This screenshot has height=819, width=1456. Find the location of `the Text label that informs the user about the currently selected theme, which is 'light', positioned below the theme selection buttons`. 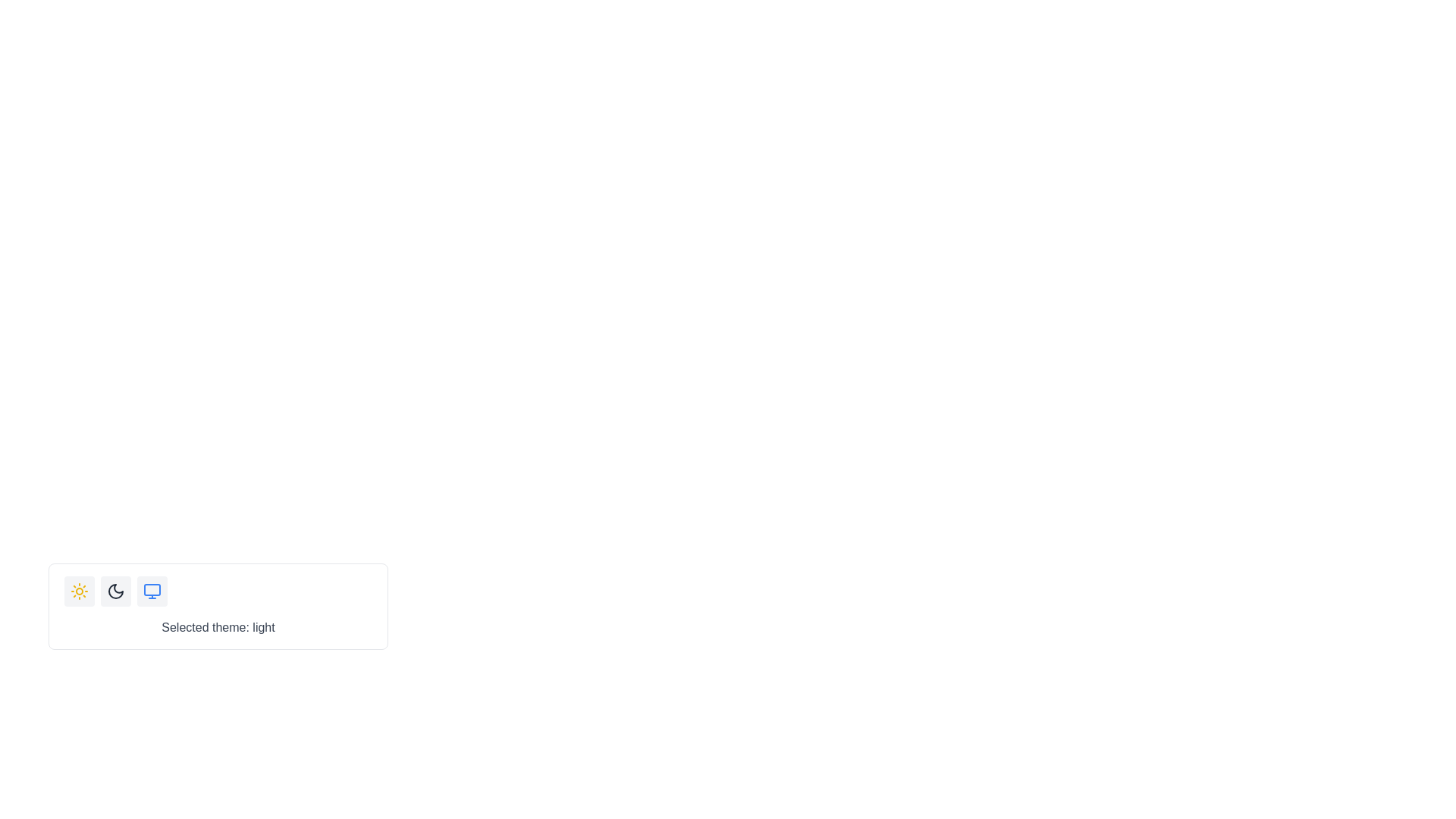

the Text label that informs the user about the currently selected theme, which is 'light', positioned below the theme selection buttons is located at coordinates (218, 628).